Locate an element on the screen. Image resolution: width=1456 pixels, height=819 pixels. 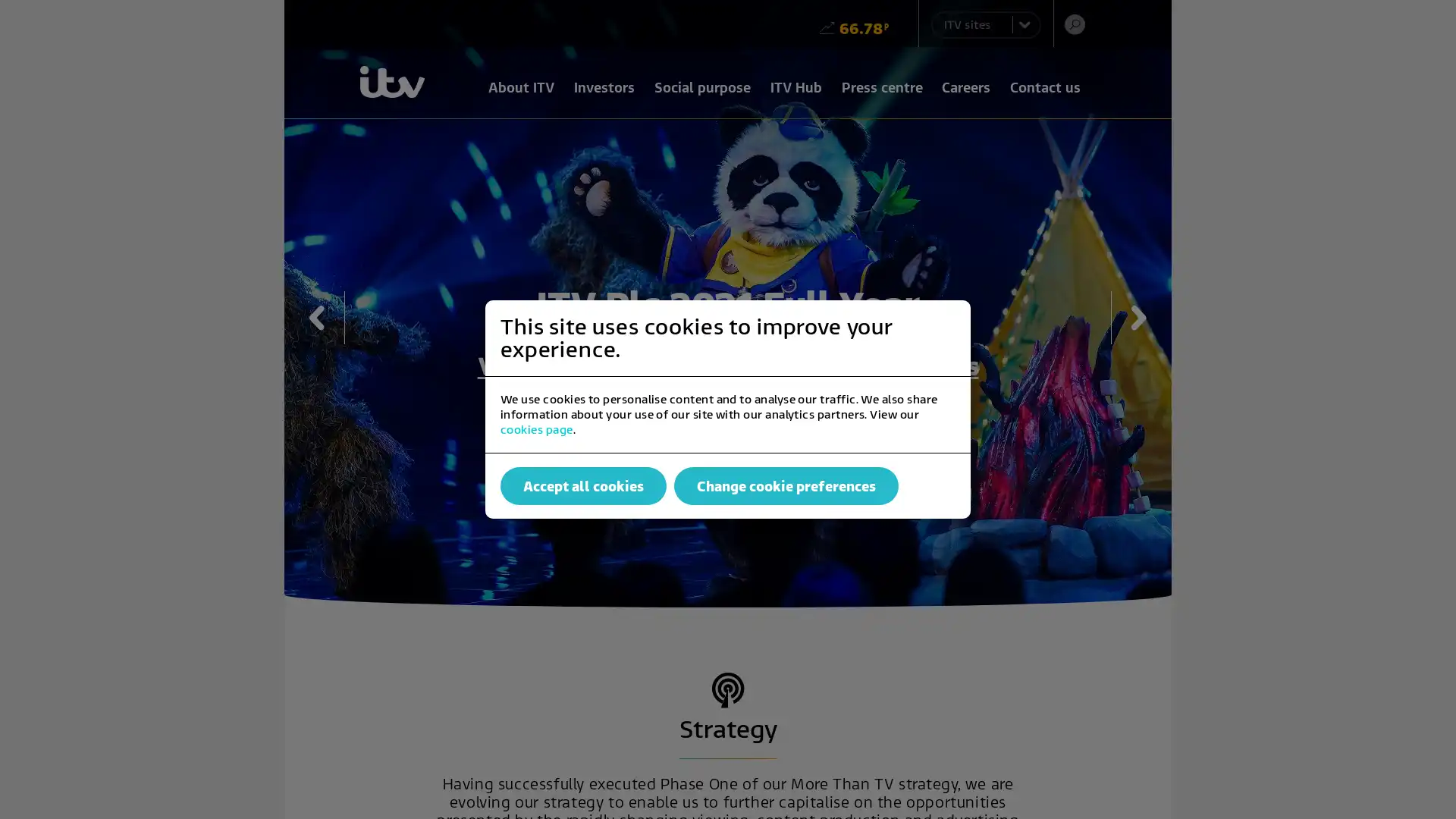
Accept all cookies is located at coordinates (582, 485).